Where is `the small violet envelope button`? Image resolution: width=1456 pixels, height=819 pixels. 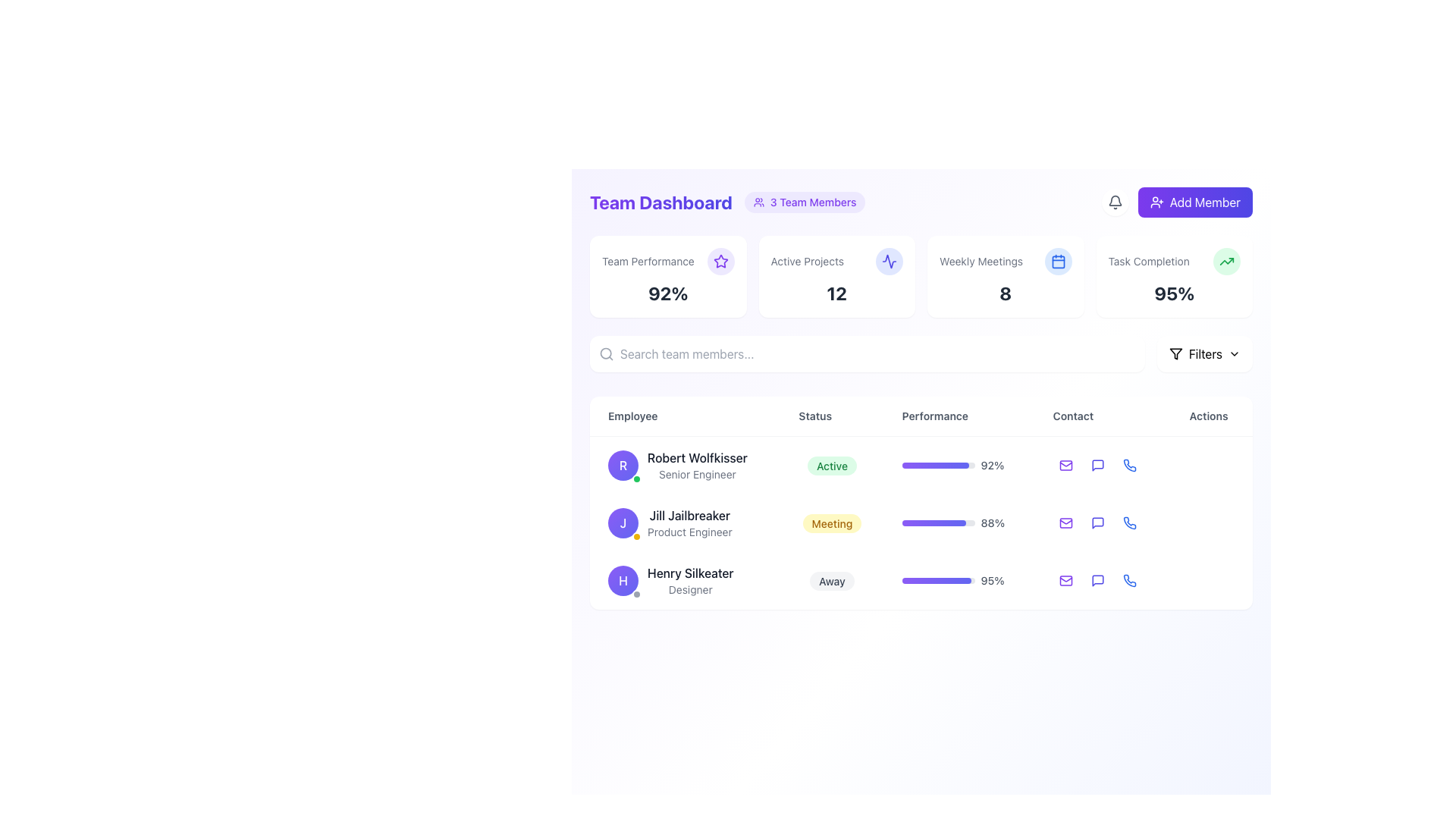 the small violet envelope button is located at coordinates (1065, 522).